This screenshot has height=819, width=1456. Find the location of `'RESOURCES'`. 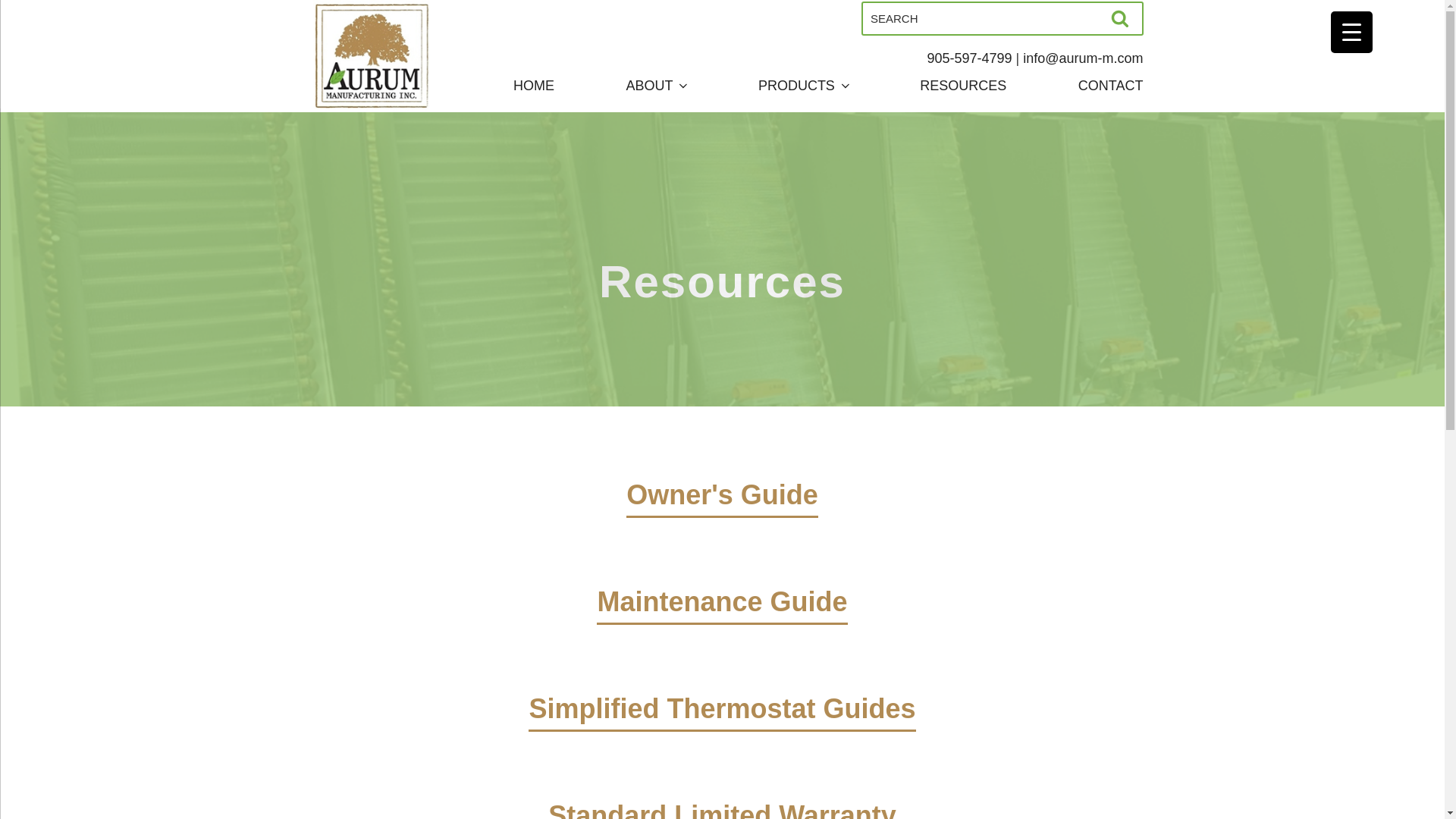

'RESOURCES' is located at coordinates (962, 86).